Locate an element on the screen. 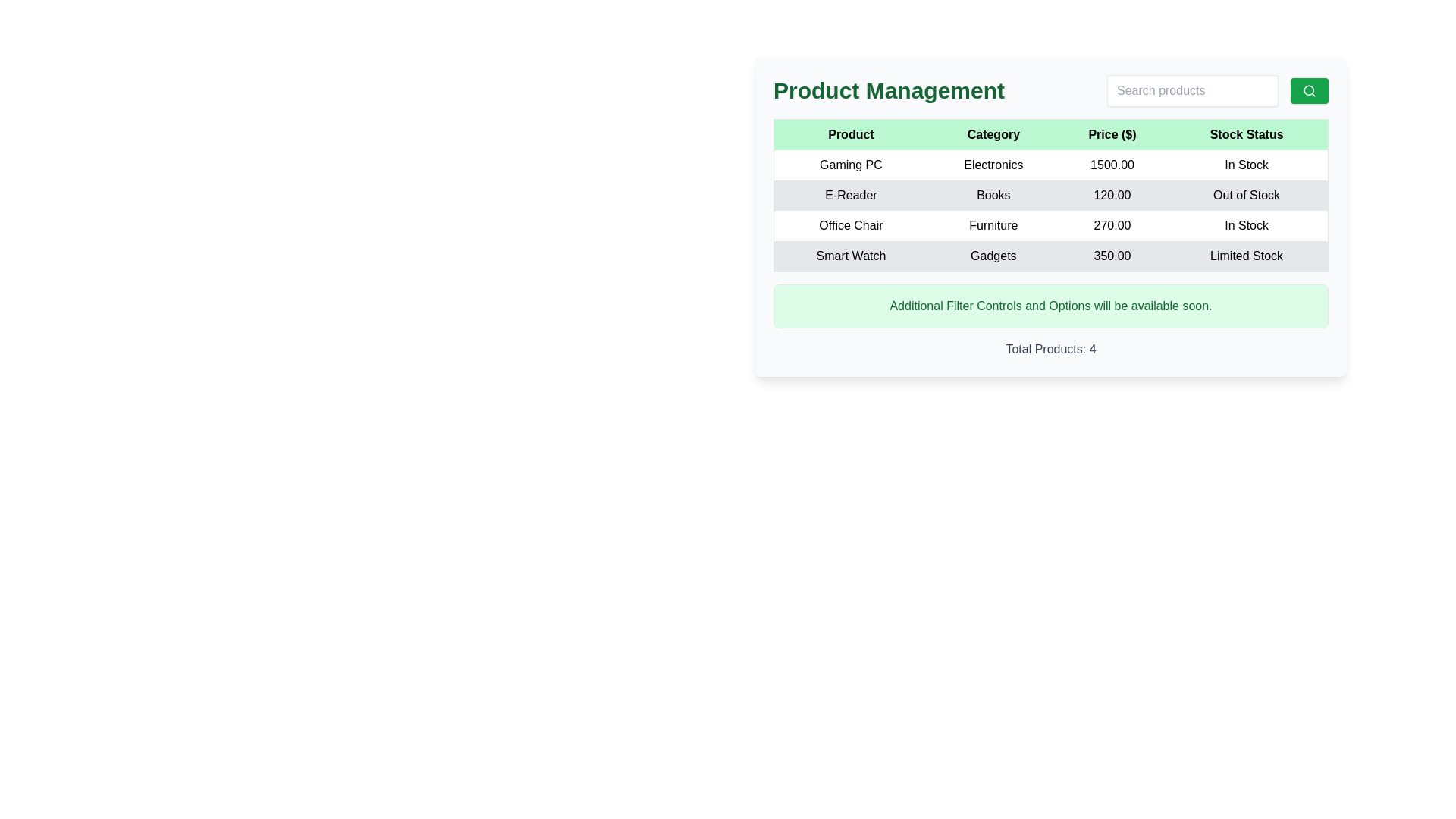  the fourth row of the table containing entries for 'Smart Watch', 'Gadgets', '350.00', and 'Limited Stock' by focusing on it is located at coordinates (1050, 256).